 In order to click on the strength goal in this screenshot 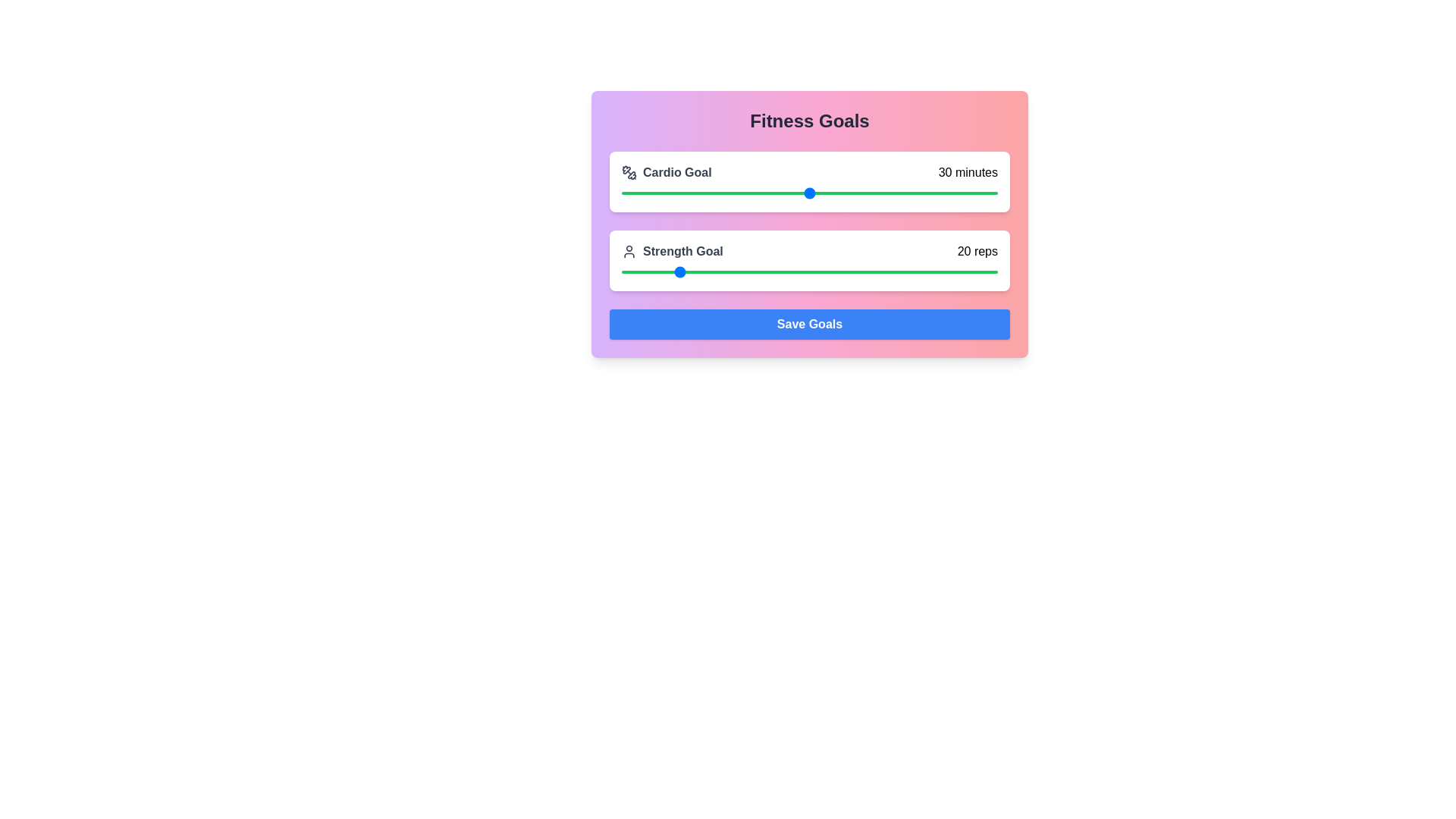, I will do `click(674, 271)`.